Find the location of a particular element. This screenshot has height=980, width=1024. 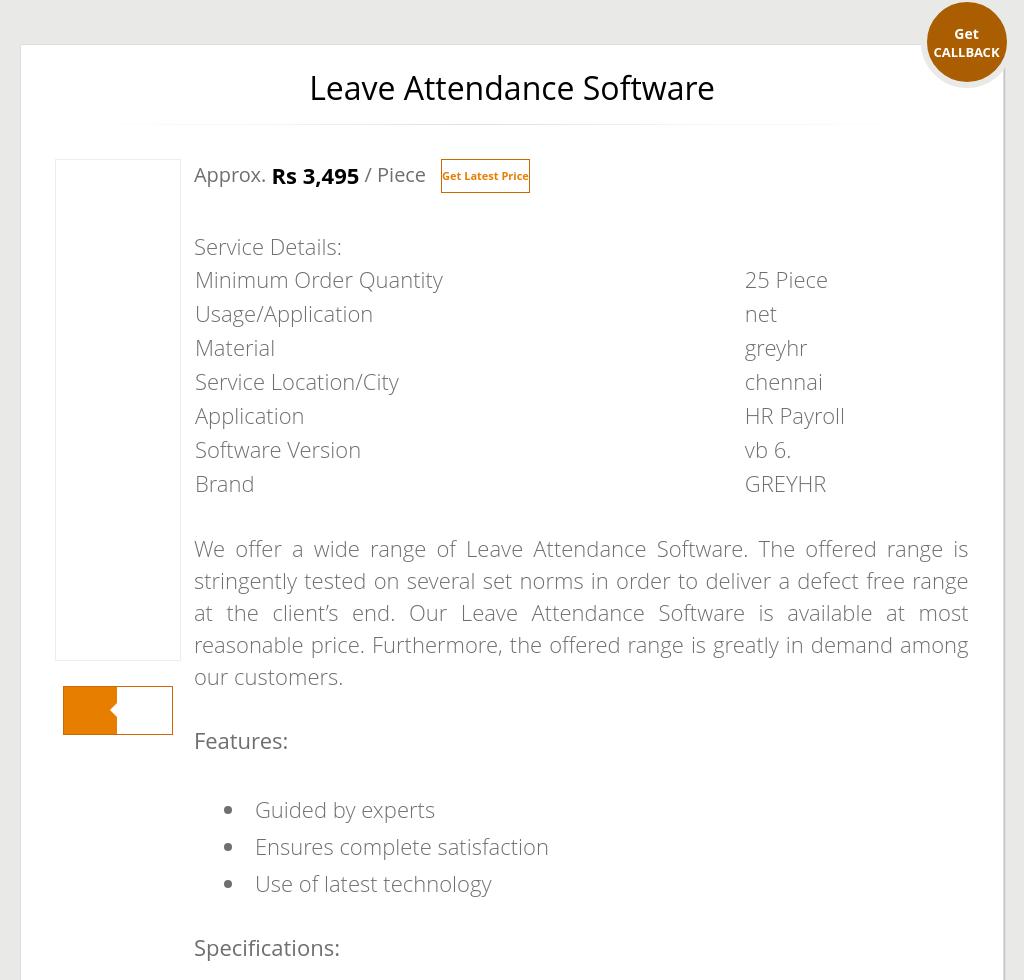

'Guided by experts' is located at coordinates (344, 808).